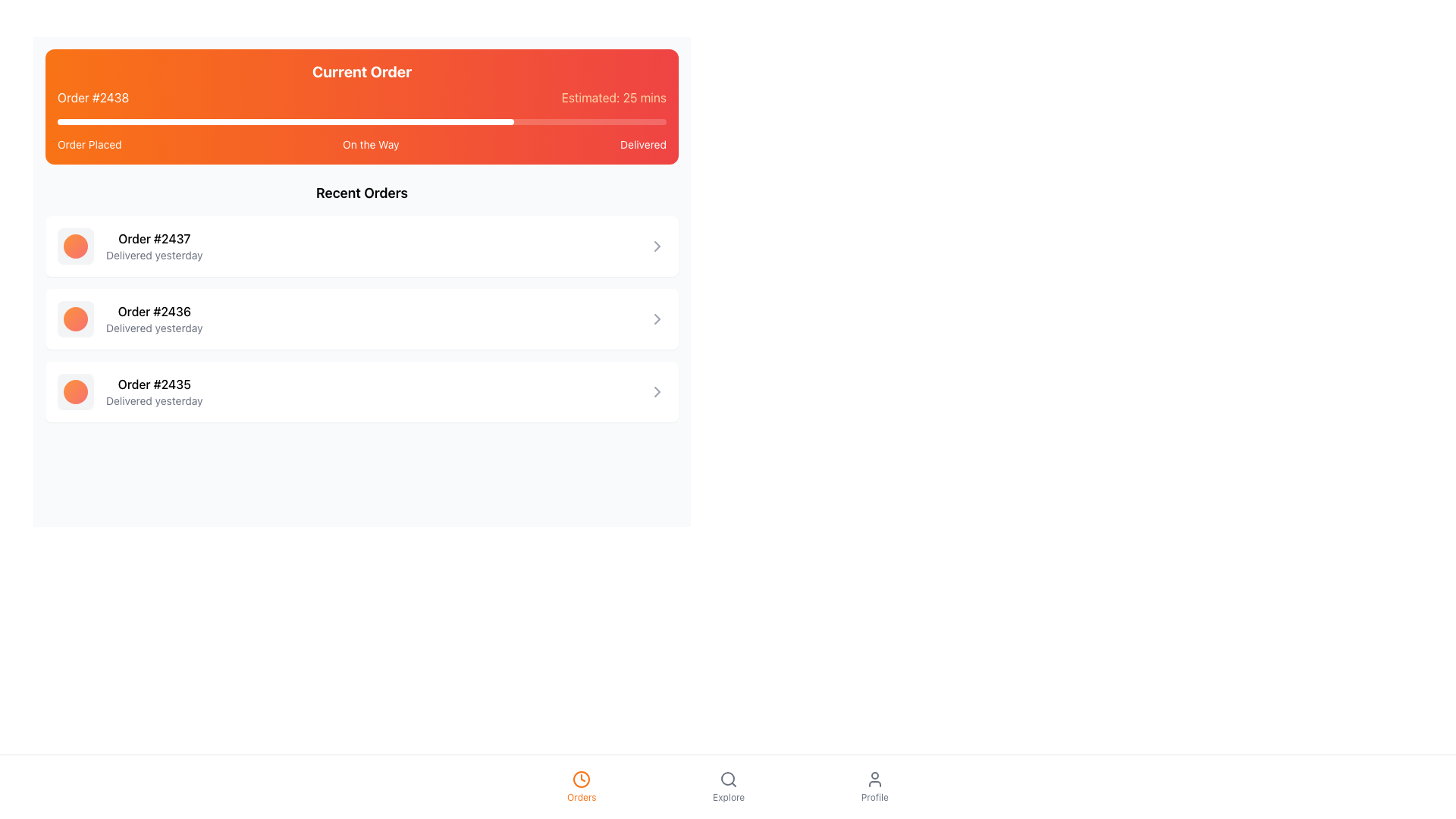  I want to click on the Progress tracker element that displays the current order's progress with order ID 'Order #2438' and estimated delivery time 'Estimated: 25 mins', so click(361, 119).